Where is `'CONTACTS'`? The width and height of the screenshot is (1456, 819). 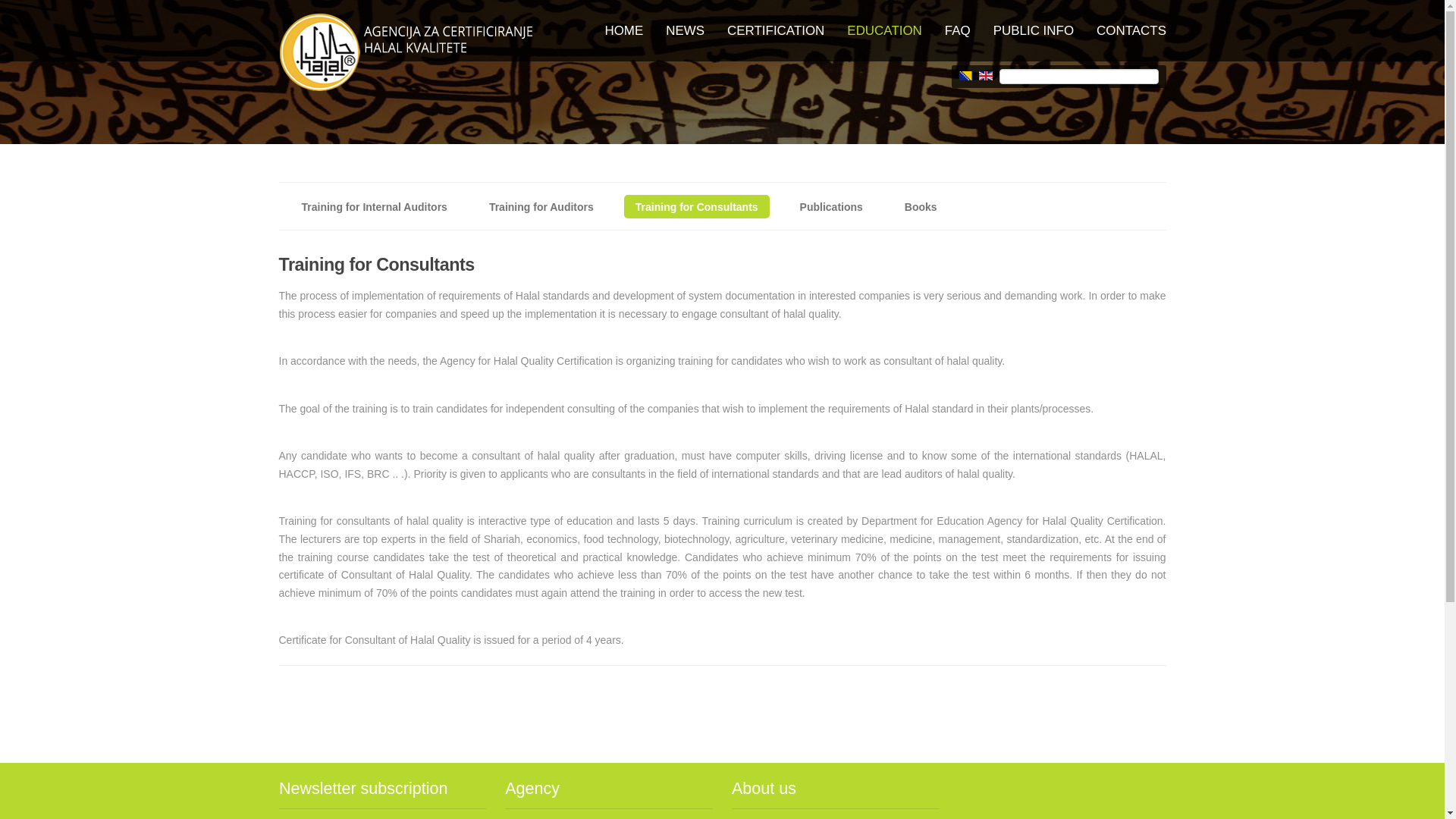 'CONTACTS' is located at coordinates (1084, 35).